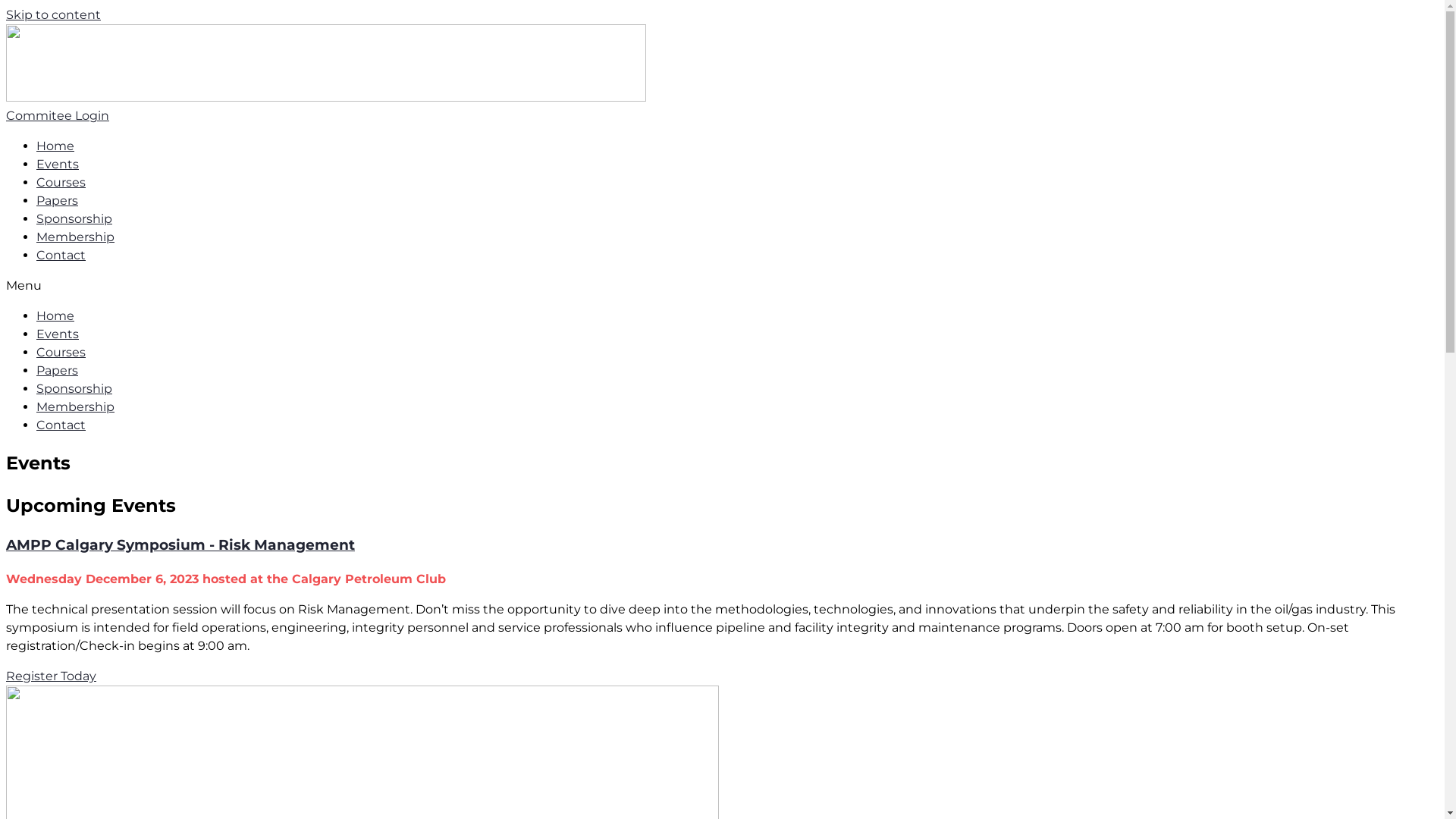  What do you see at coordinates (36, 315) in the screenshot?
I see `'Home'` at bounding box center [36, 315].